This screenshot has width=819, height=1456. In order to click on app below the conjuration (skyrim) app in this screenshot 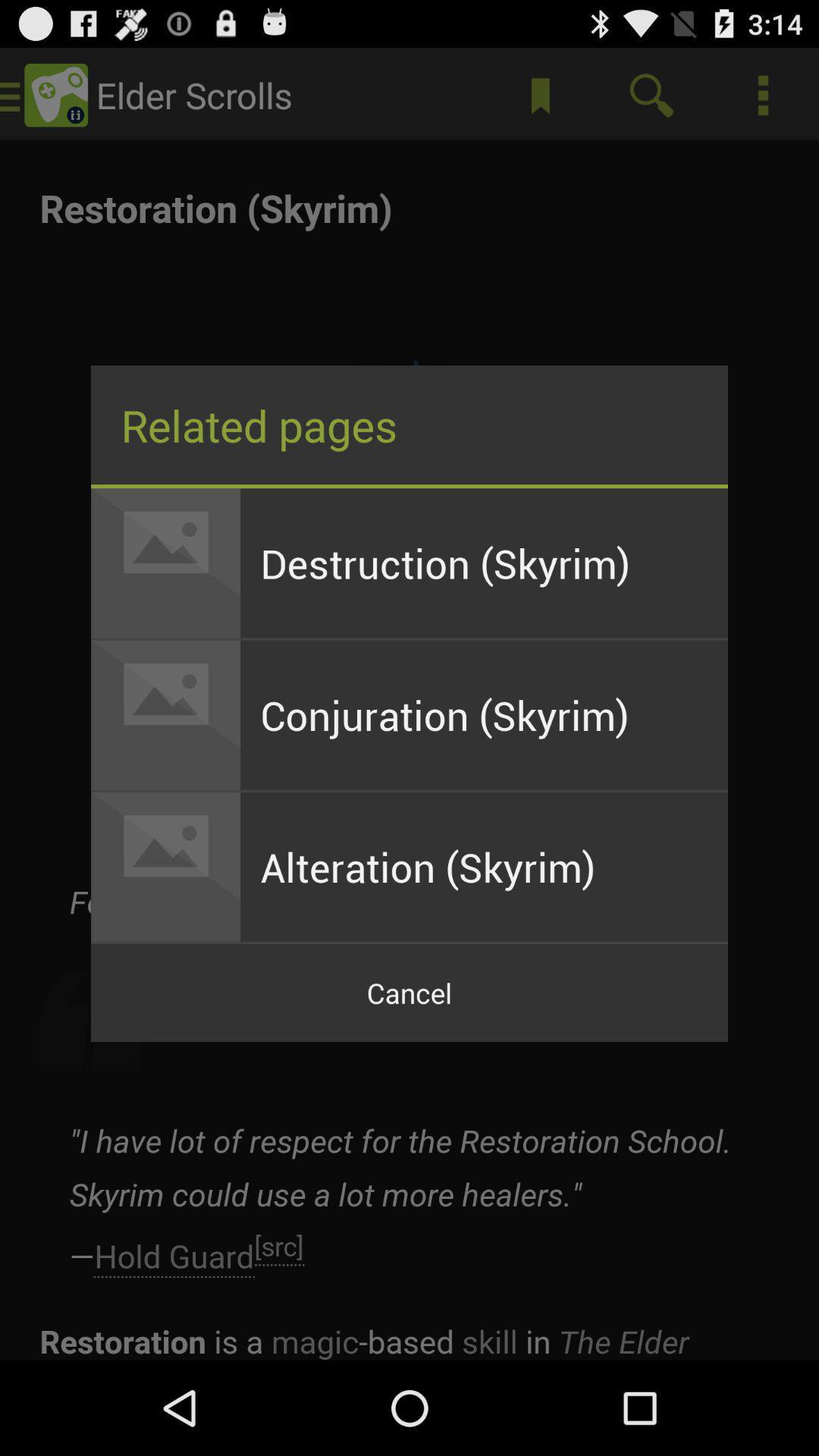, I will do `click(484, 867)`.